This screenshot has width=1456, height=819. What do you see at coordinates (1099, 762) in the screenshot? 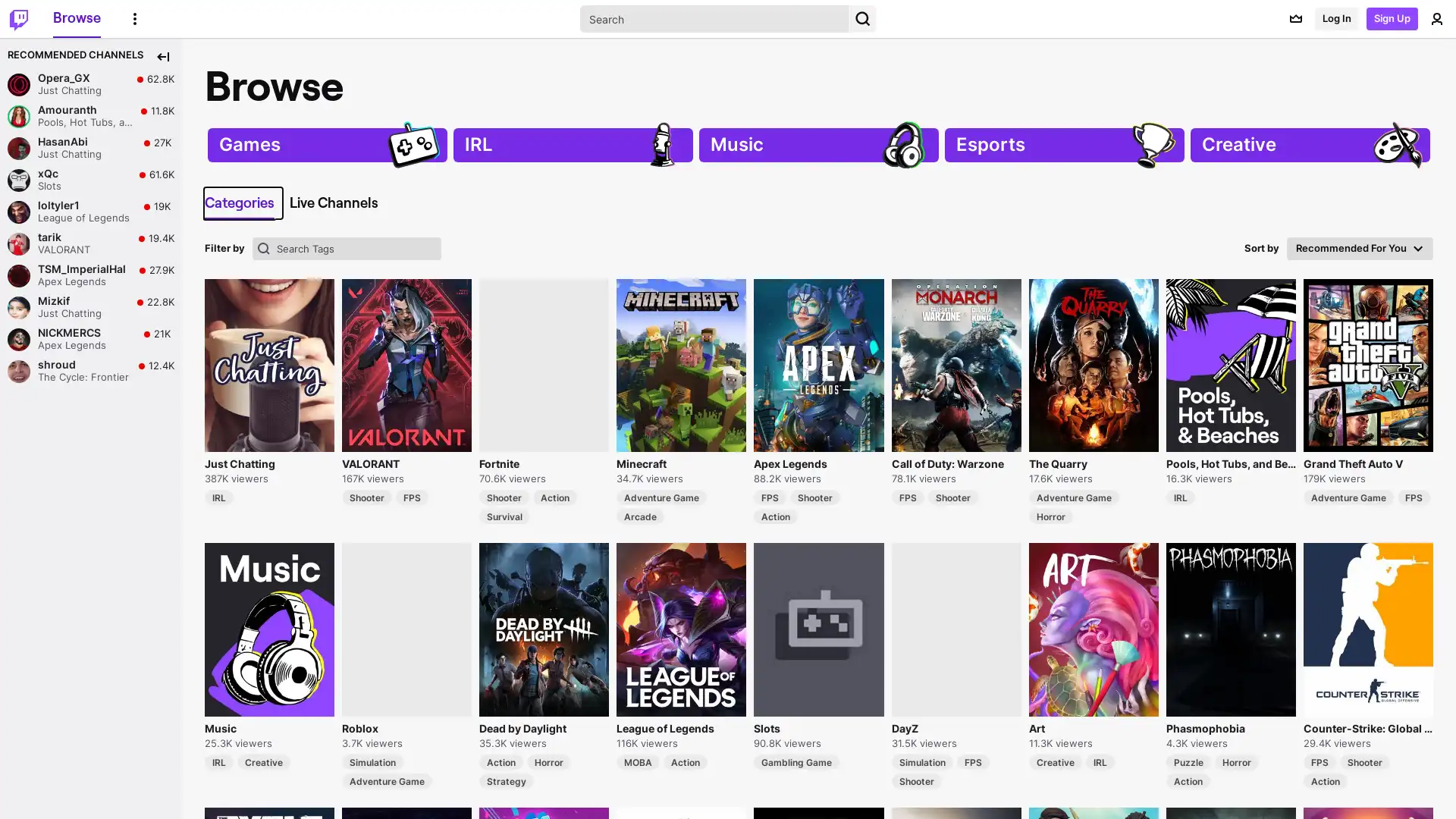
I see `IRL` at bounding box center [1099, 762].